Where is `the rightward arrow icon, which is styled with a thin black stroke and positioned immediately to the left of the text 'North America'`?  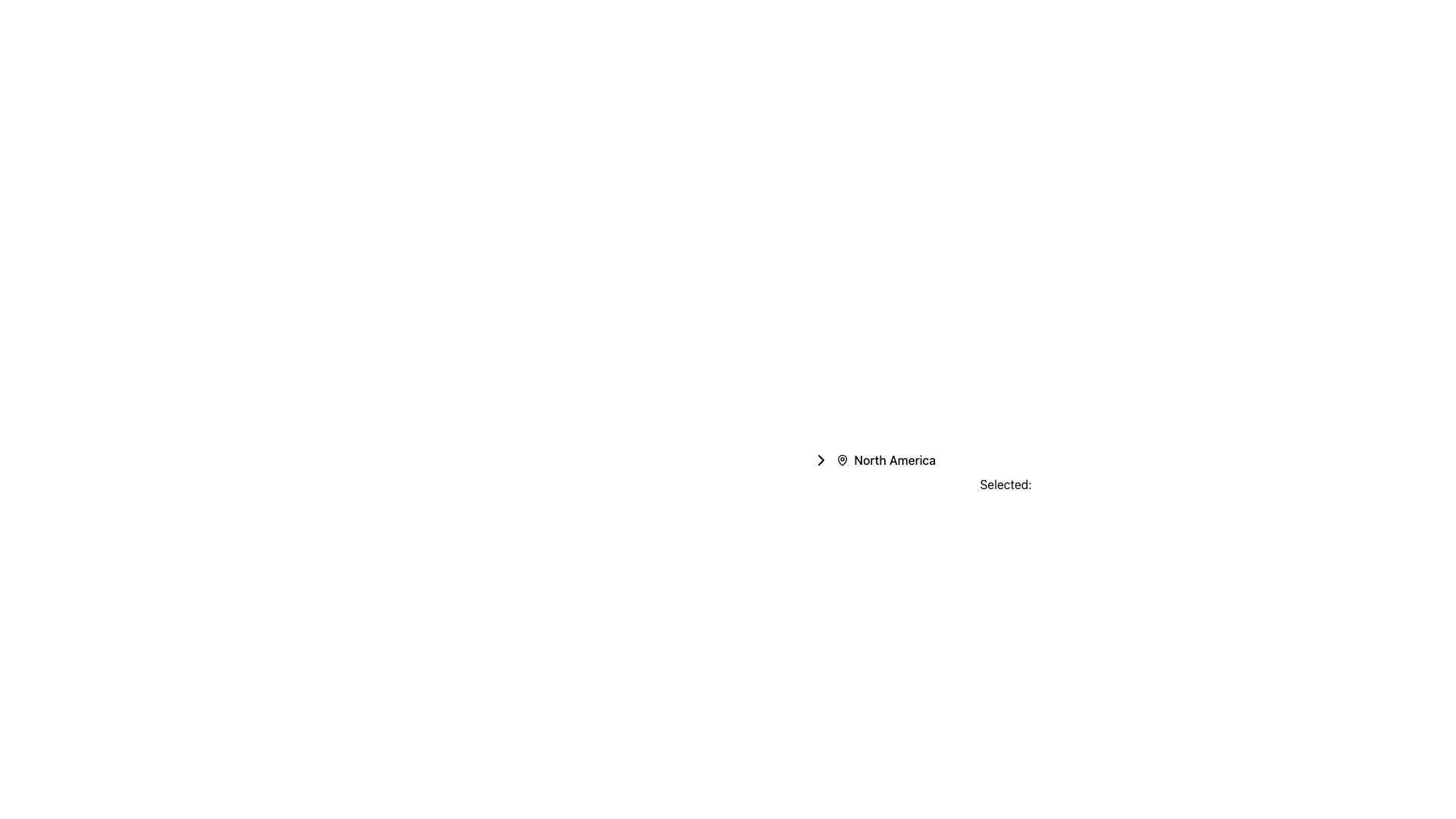
the rightward arrow icon, which is styled with a thin black stroke and positioned immediately to the left of the text 'North America' is located at coordinates (820, 459).